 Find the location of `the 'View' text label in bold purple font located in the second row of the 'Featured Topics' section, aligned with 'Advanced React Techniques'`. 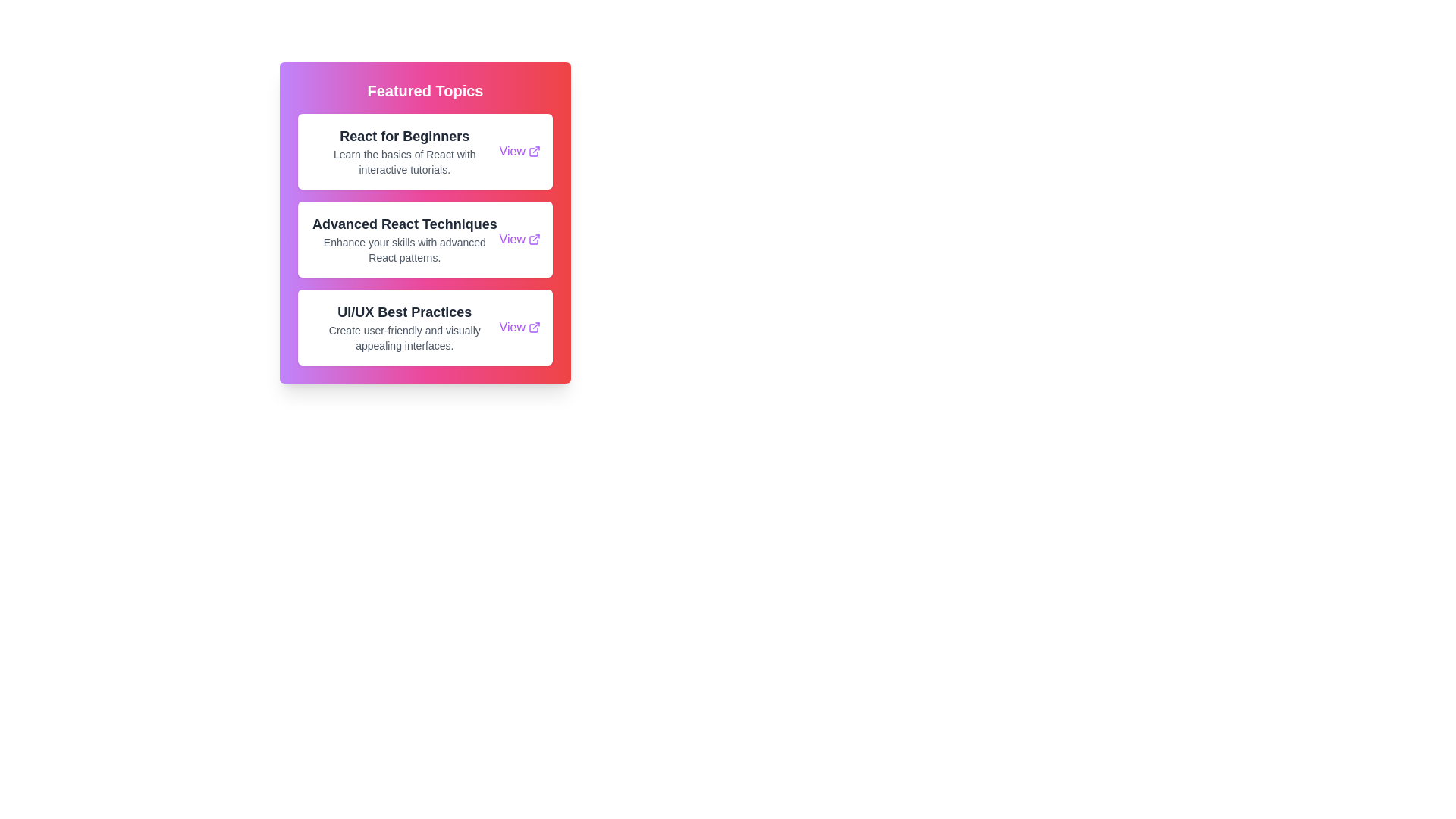

the 'View' text label in bold purple font located in the second row of the 'Featured Topics' section, aligned with 'Advanced React Techniques' is located at coordinates (512, 239).